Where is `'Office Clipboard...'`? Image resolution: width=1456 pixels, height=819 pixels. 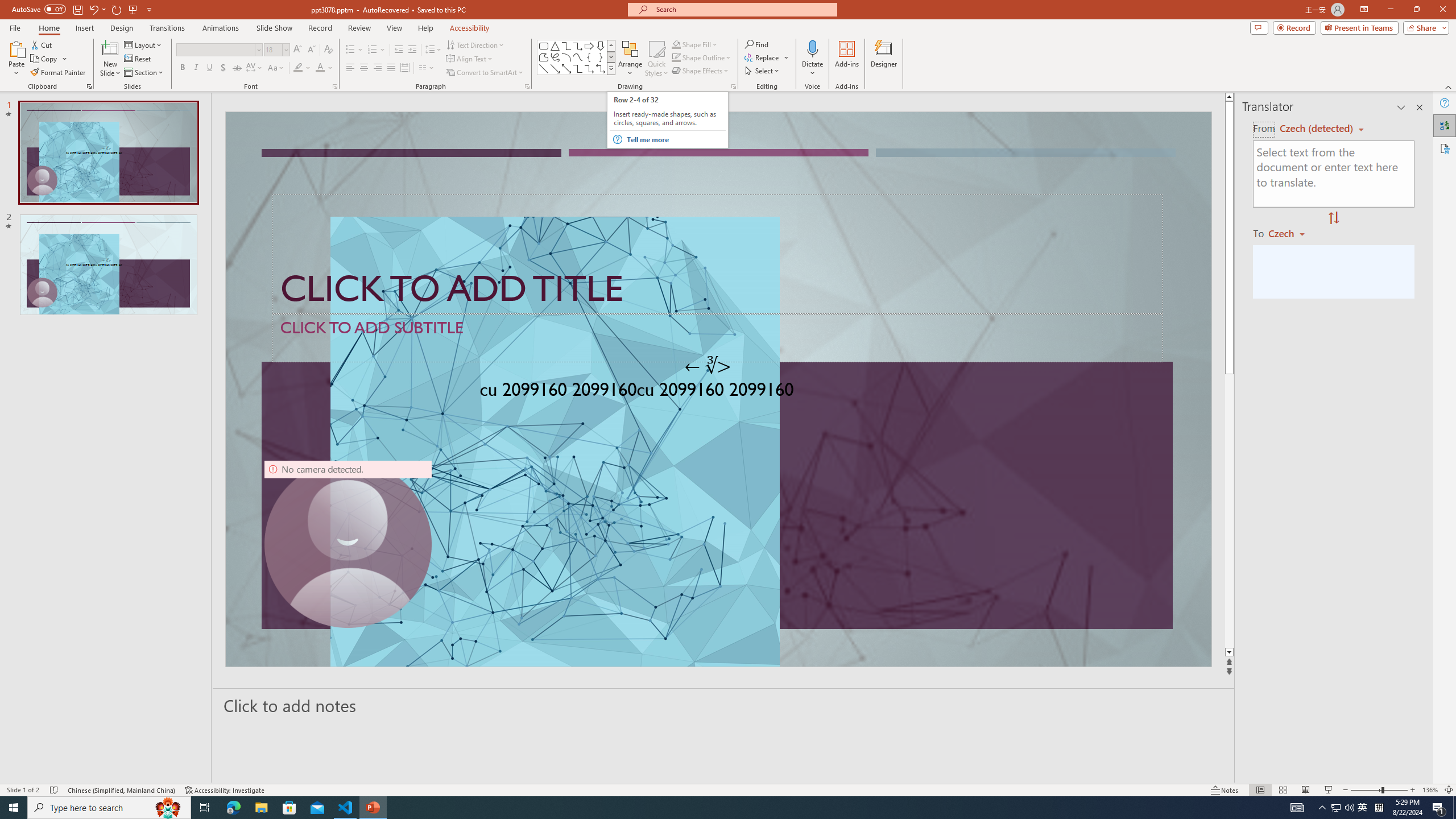 'Office Clipboard...' is located at coordinates (88, 85).